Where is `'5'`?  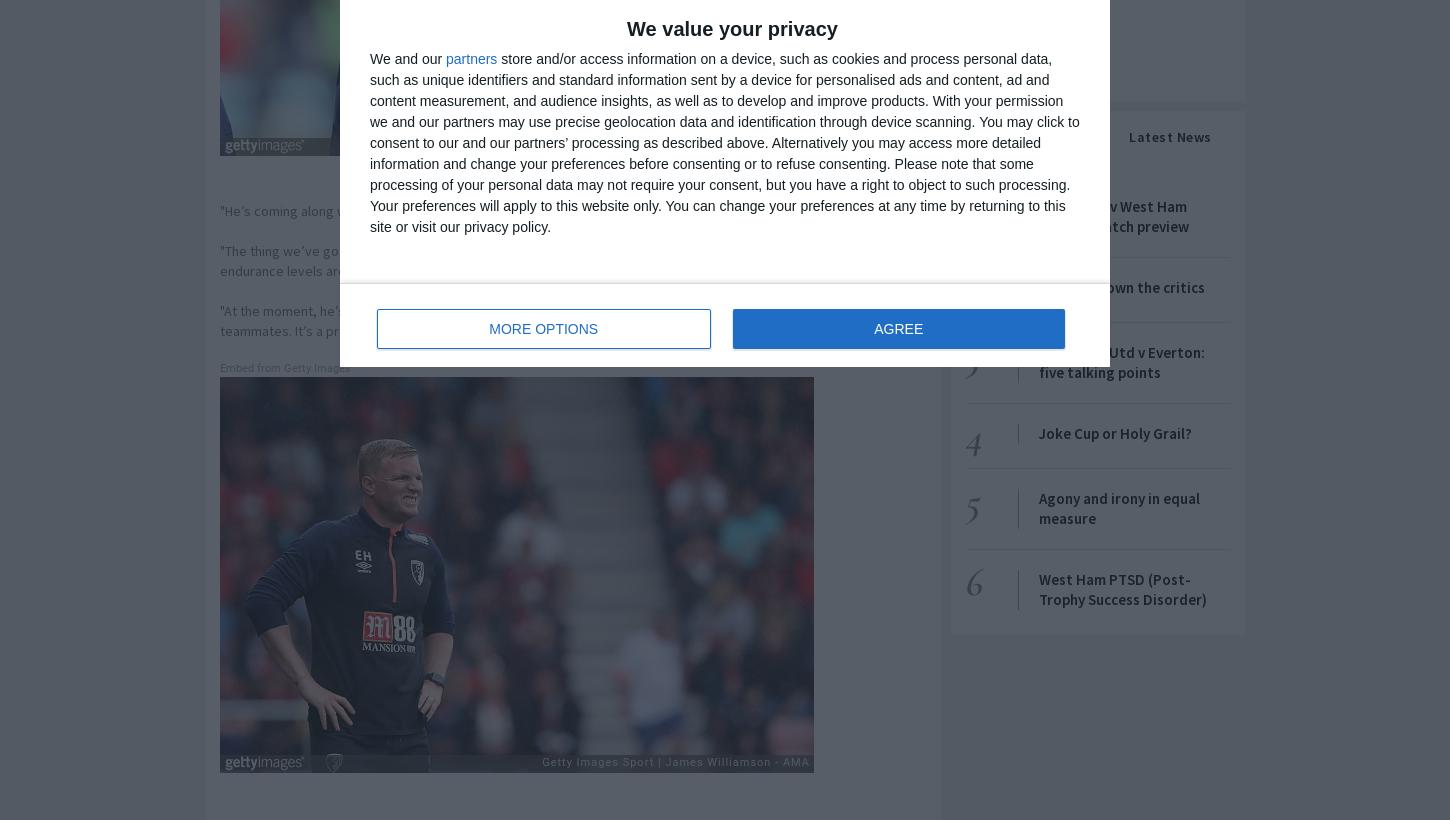
'5' is located at coordinates (963, 500).